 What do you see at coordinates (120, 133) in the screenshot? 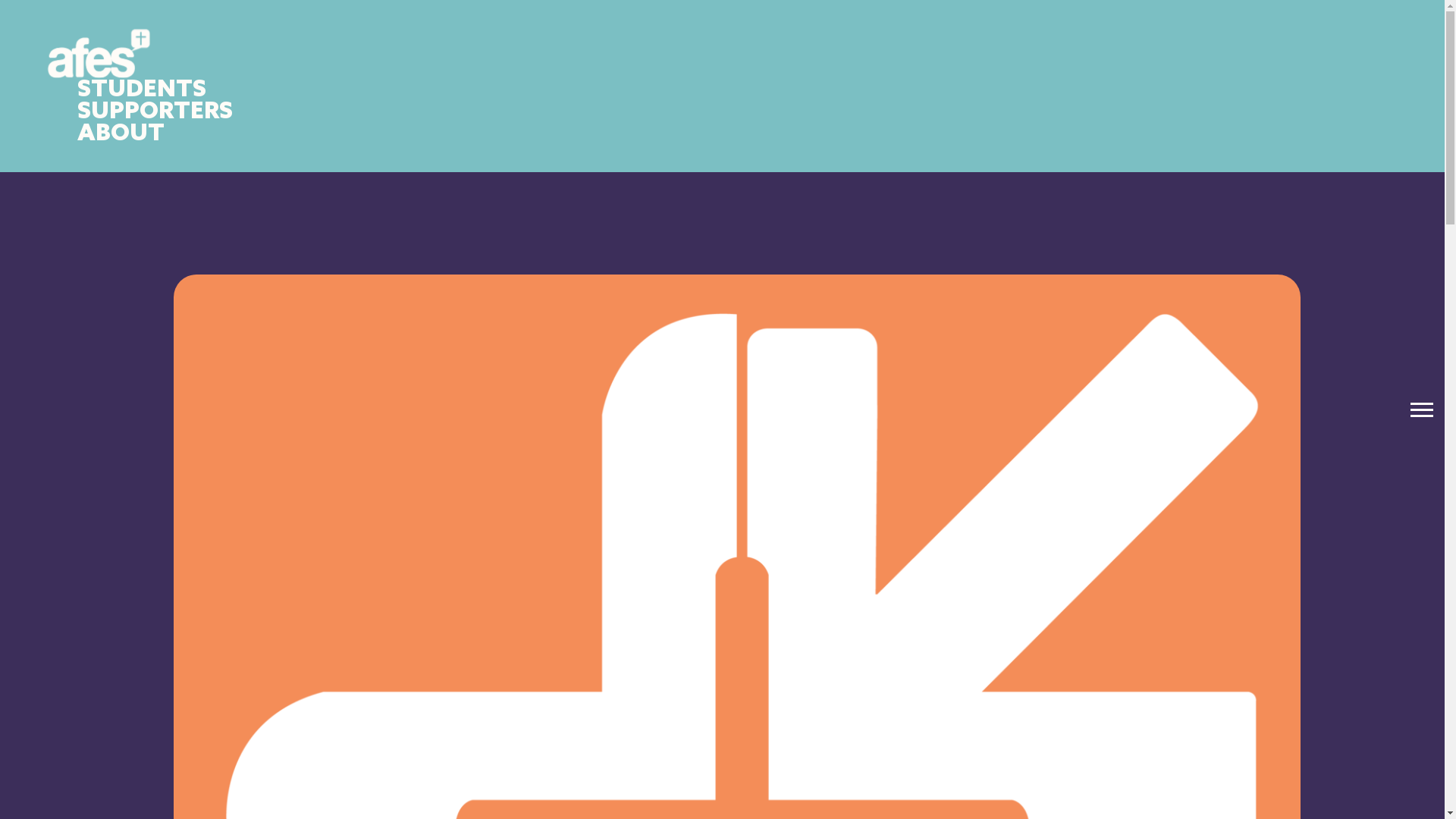
I see `'ABOUT'` at bounding box center [120, 133].